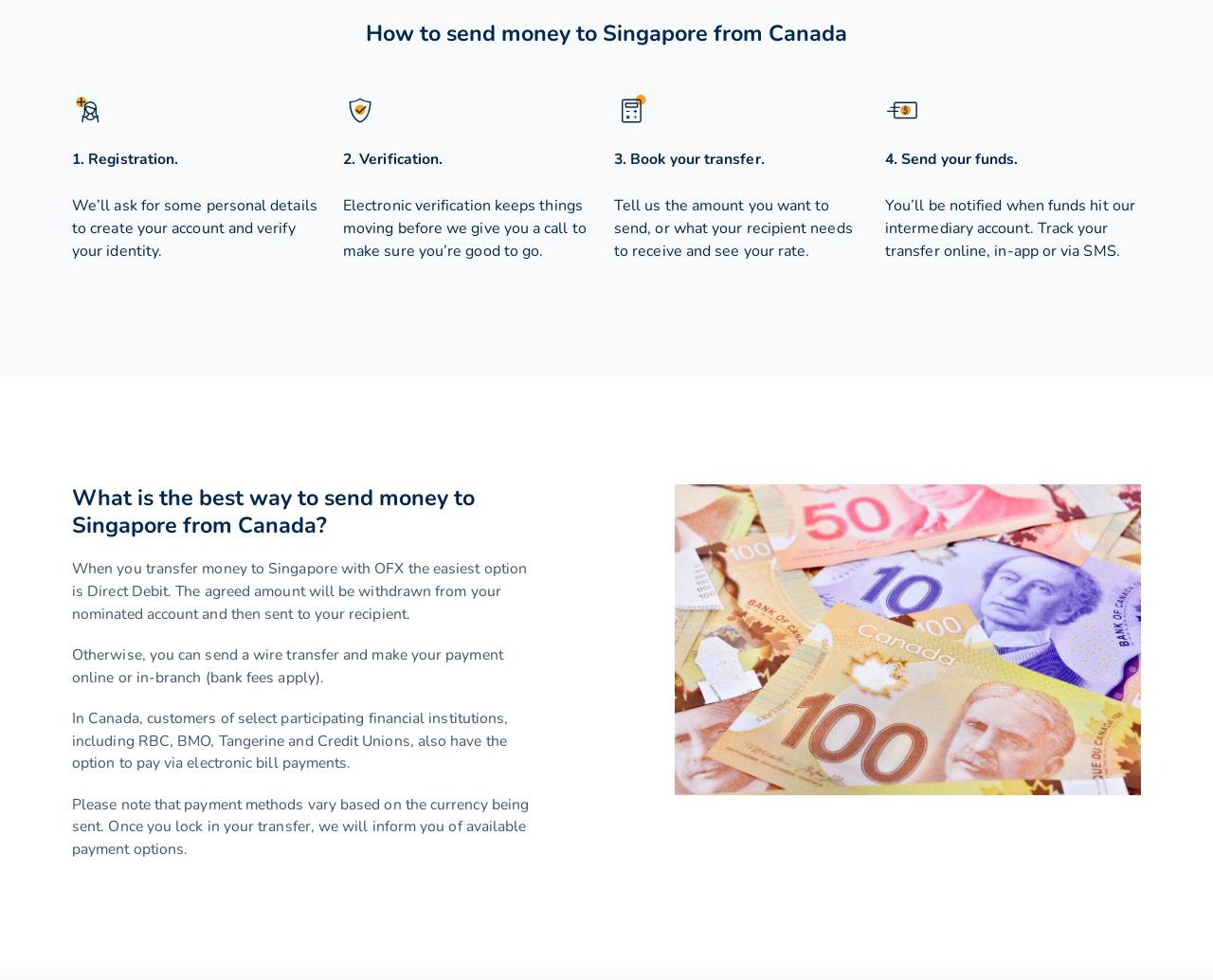 This screenshot has height=980, width=1213. Describe the element at coordinates (652, 615) in the screenshot. I see `'NZD'` at that location.